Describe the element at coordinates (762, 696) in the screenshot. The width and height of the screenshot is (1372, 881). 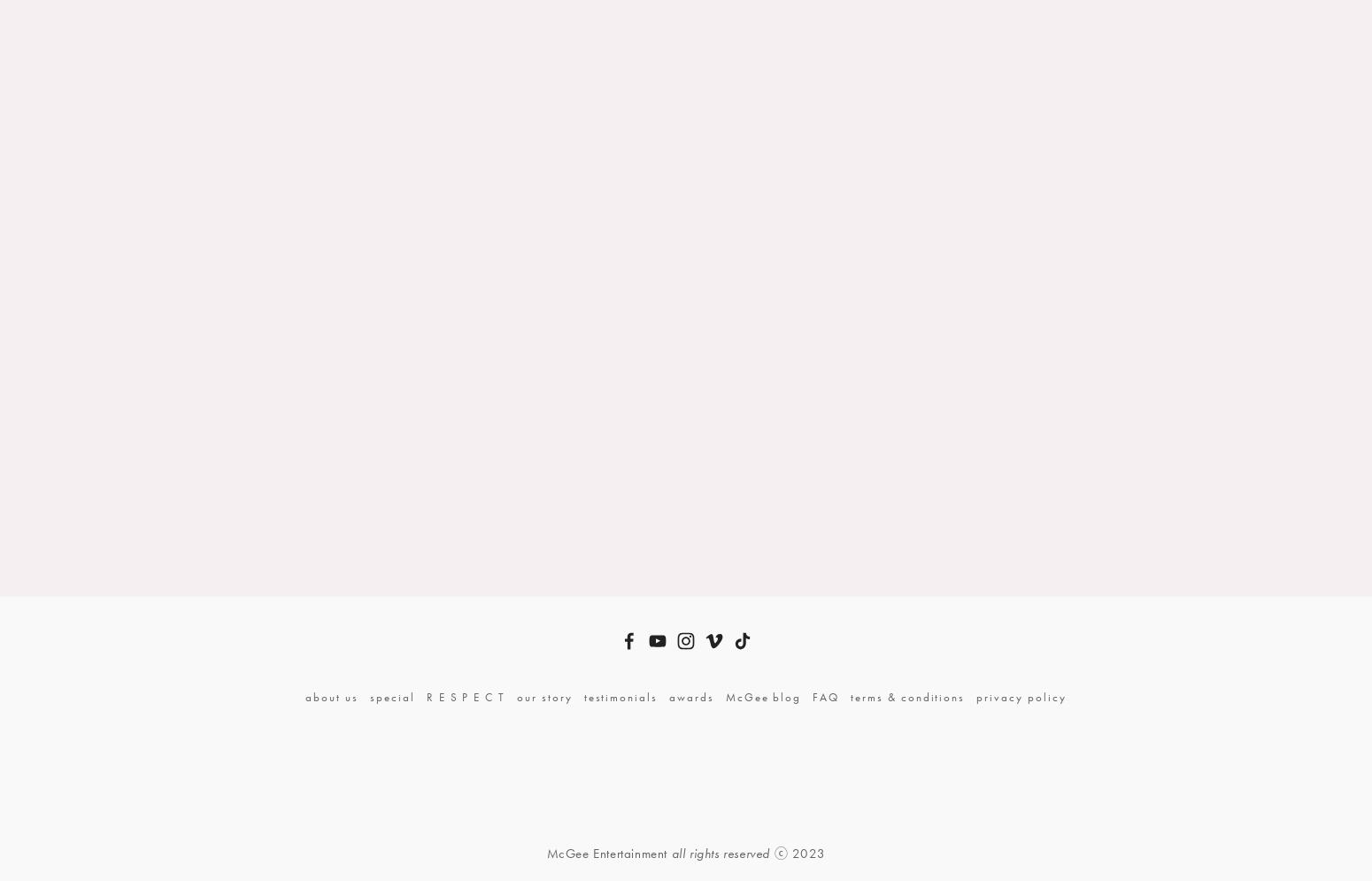
I see `'McGee blog'` at that location.